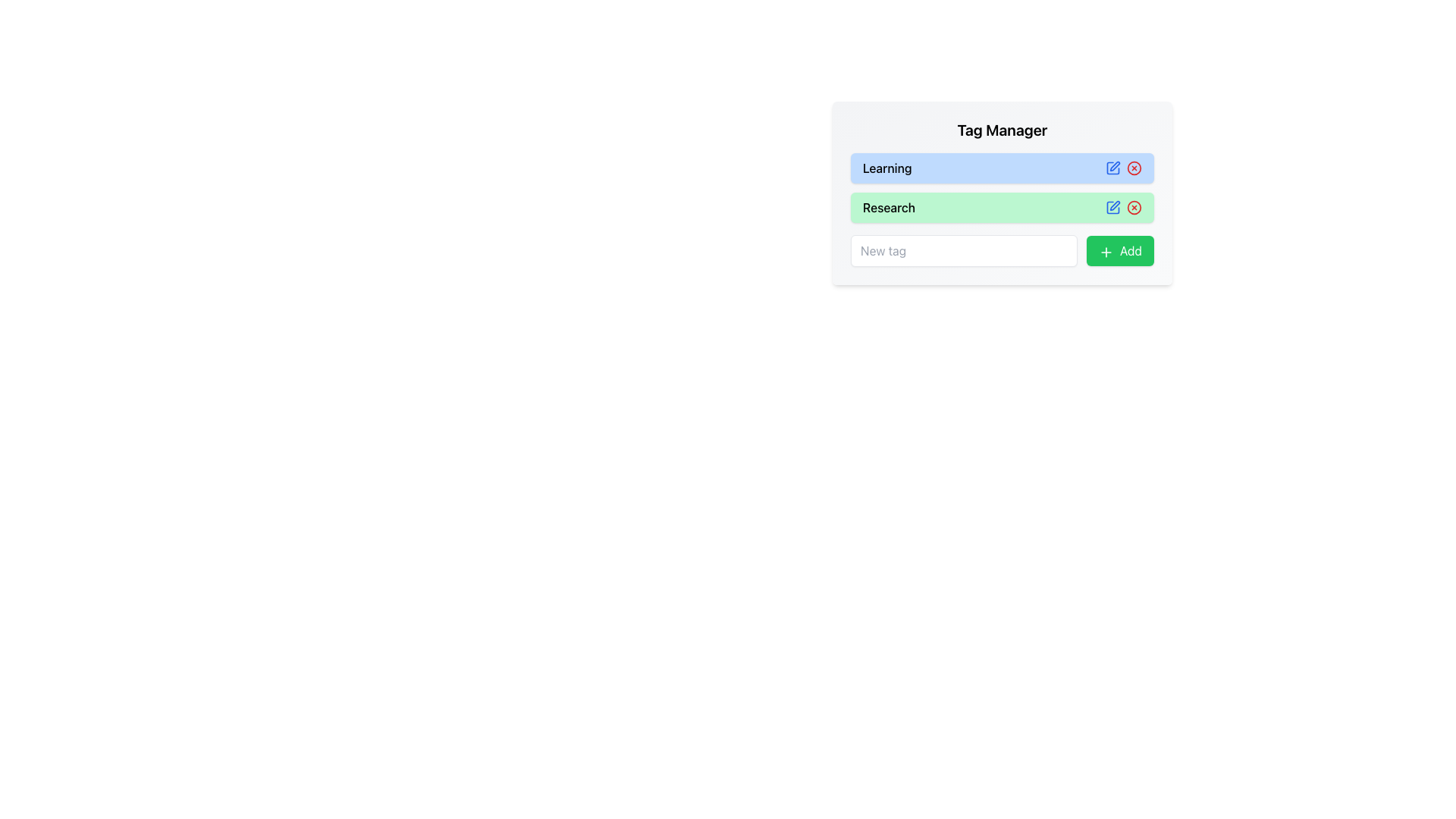 This screenshot has height=819, width=1456. I want to click on the edit icon button located in the top-right corner of the blue 'Learning' tag, so click(1113, 168).